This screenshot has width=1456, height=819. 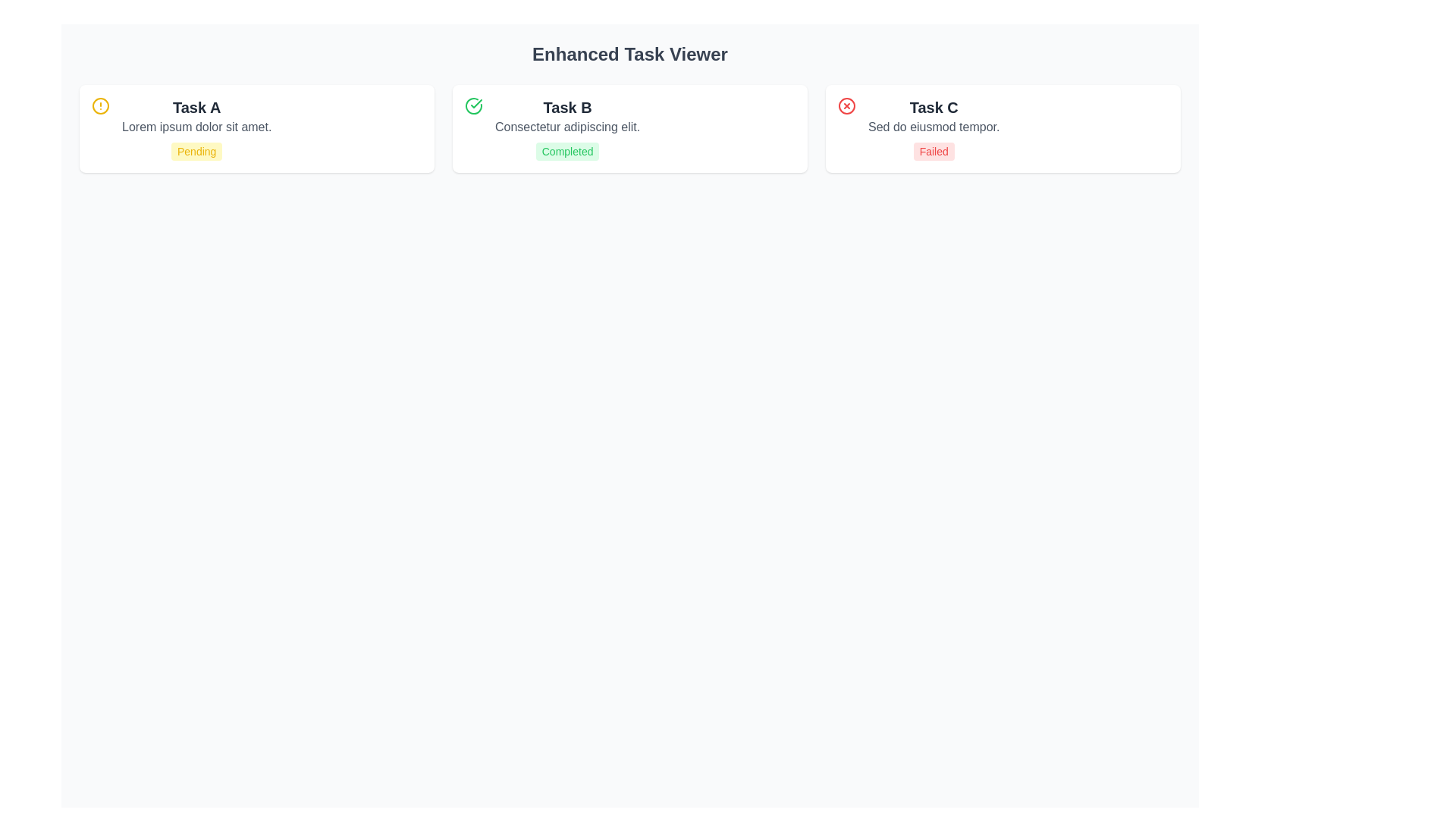 What do you see at coordinates (472, 105) in the screenshot?
I see `the circular green check mark icon indicating completion located in the top-left corner of the card labeled 'Task B'` at bounding box center [472, 105].